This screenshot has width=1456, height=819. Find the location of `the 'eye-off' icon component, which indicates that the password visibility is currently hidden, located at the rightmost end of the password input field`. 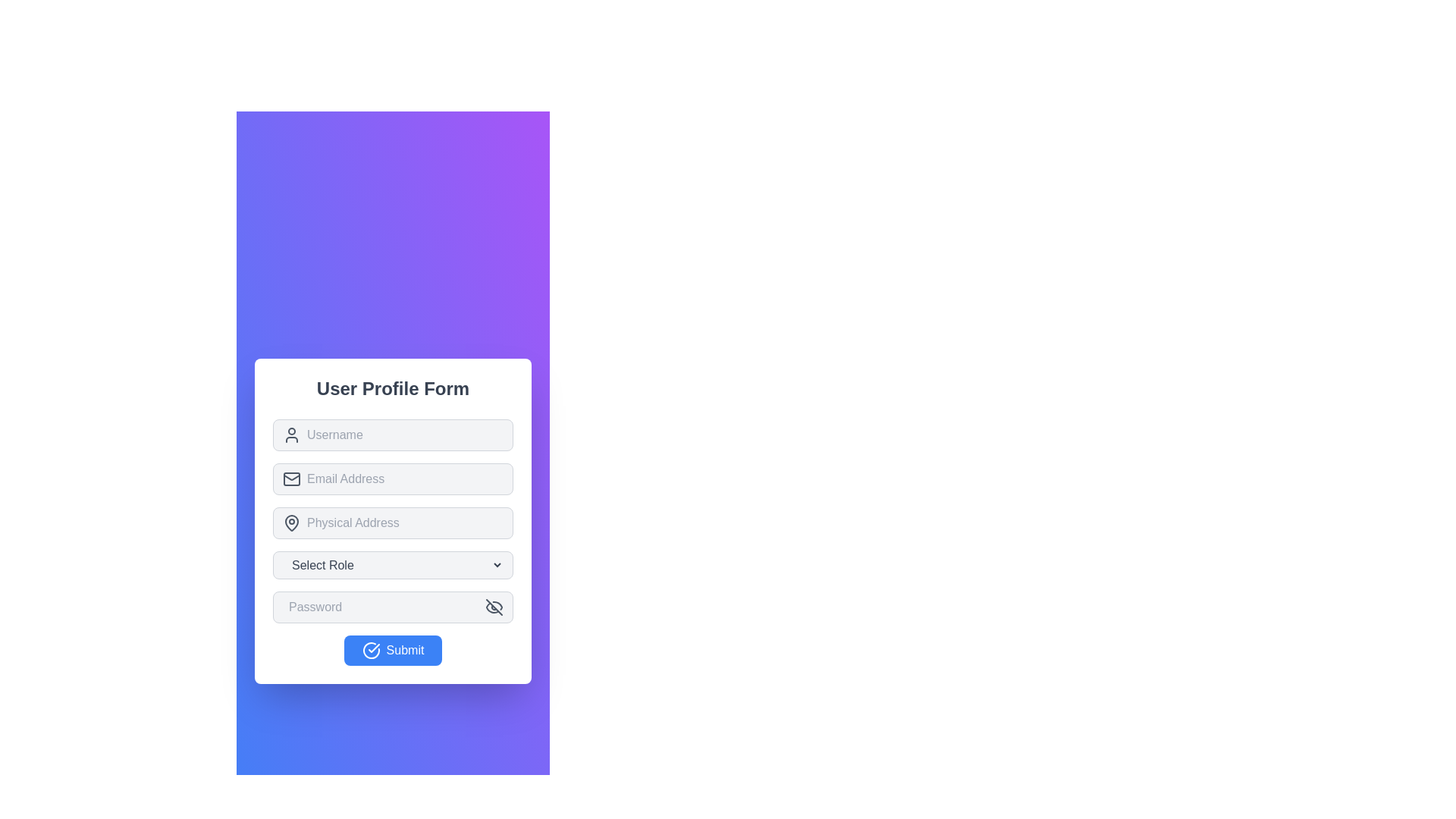

the 'eye-off' icon component, which indicates that the password visibility is currently hidden, located at the rightmost end of the password input field is located at coordinates (492, 607).